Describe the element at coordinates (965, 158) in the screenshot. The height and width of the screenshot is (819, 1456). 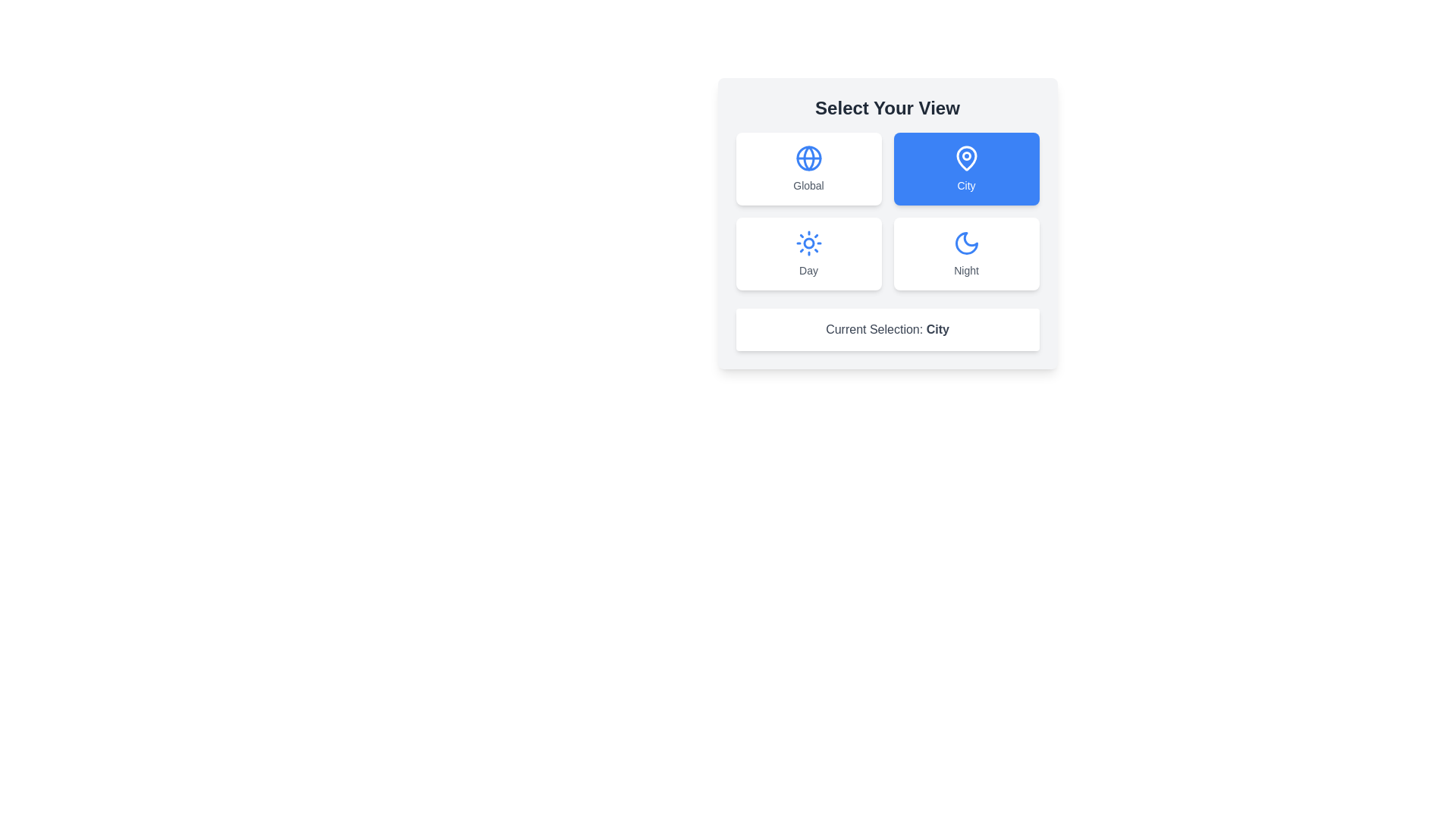
I see `the 'City' map pin icon located within the blue rectangular button` at that location.